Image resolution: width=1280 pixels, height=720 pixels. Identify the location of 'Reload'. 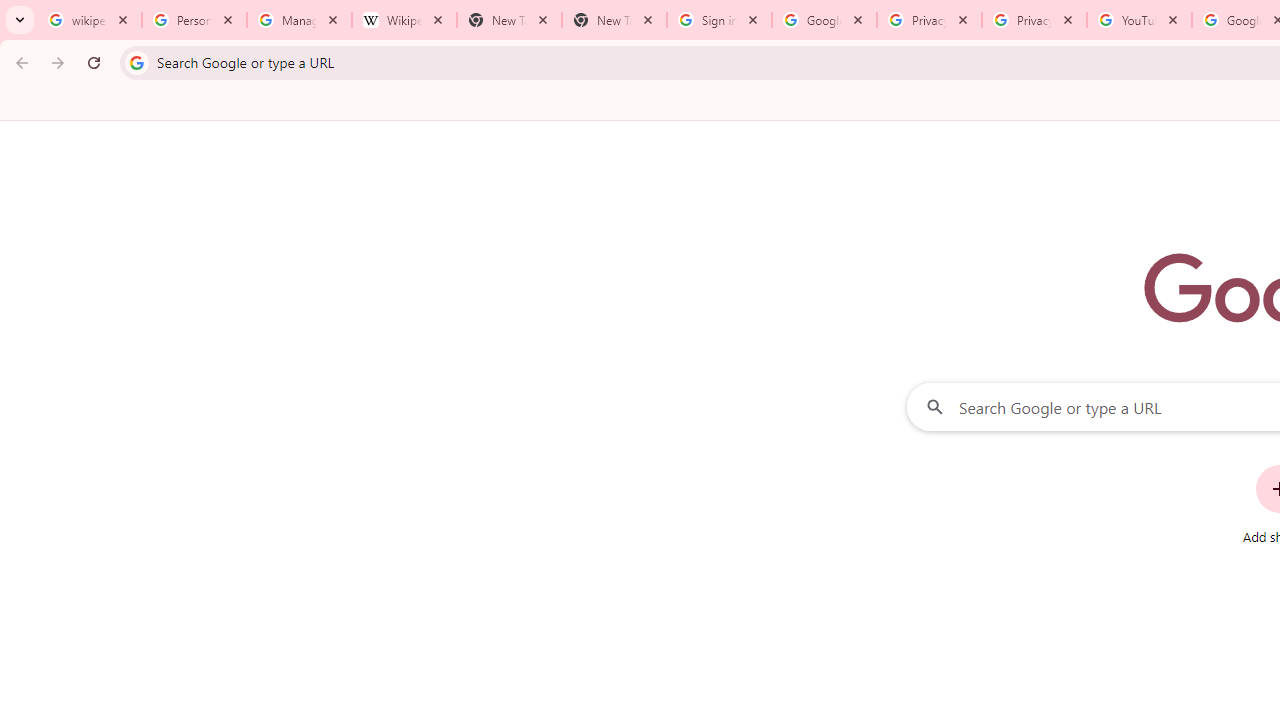
(93, 61).